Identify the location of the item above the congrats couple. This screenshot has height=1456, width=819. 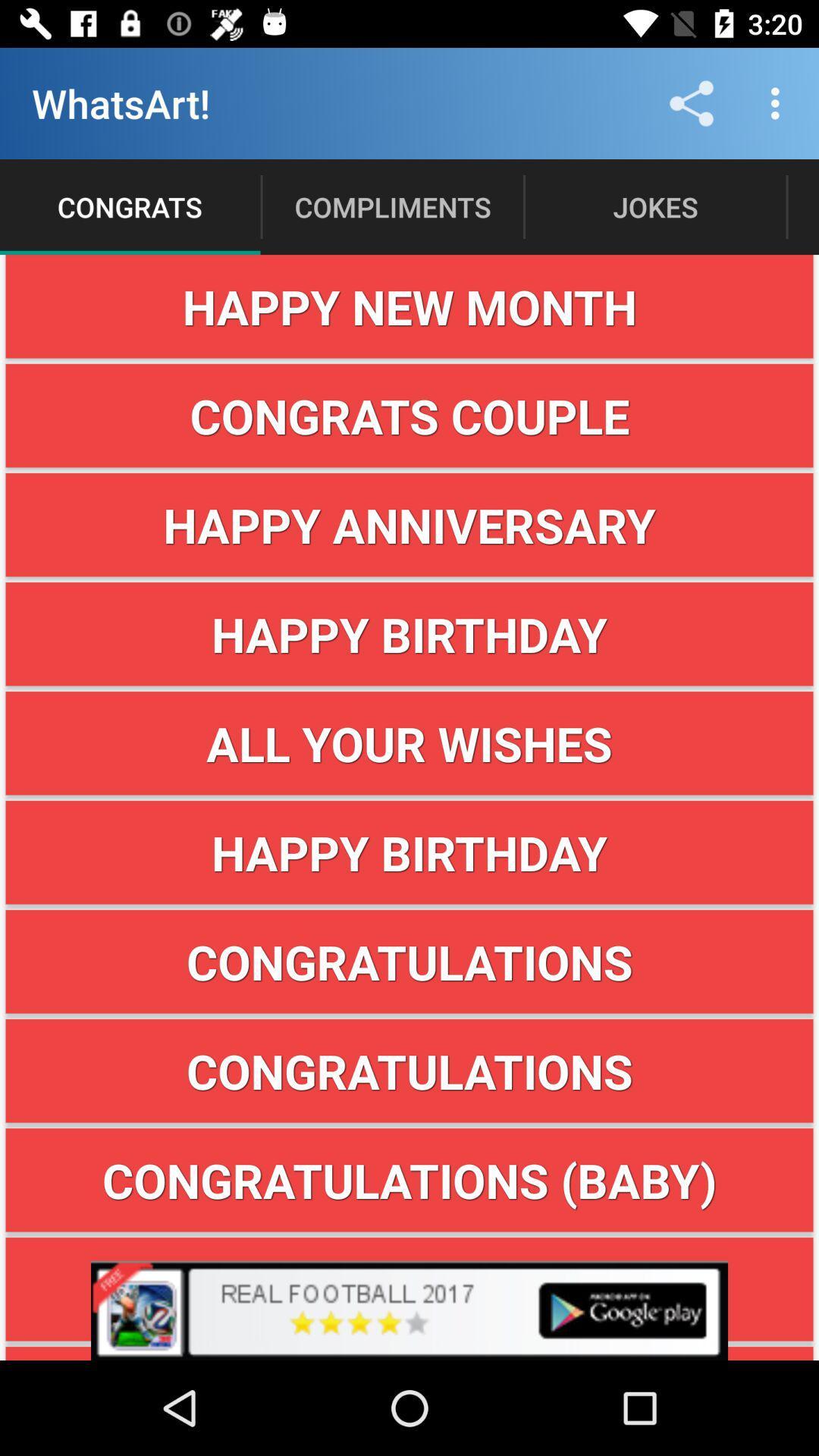
(409, 306).